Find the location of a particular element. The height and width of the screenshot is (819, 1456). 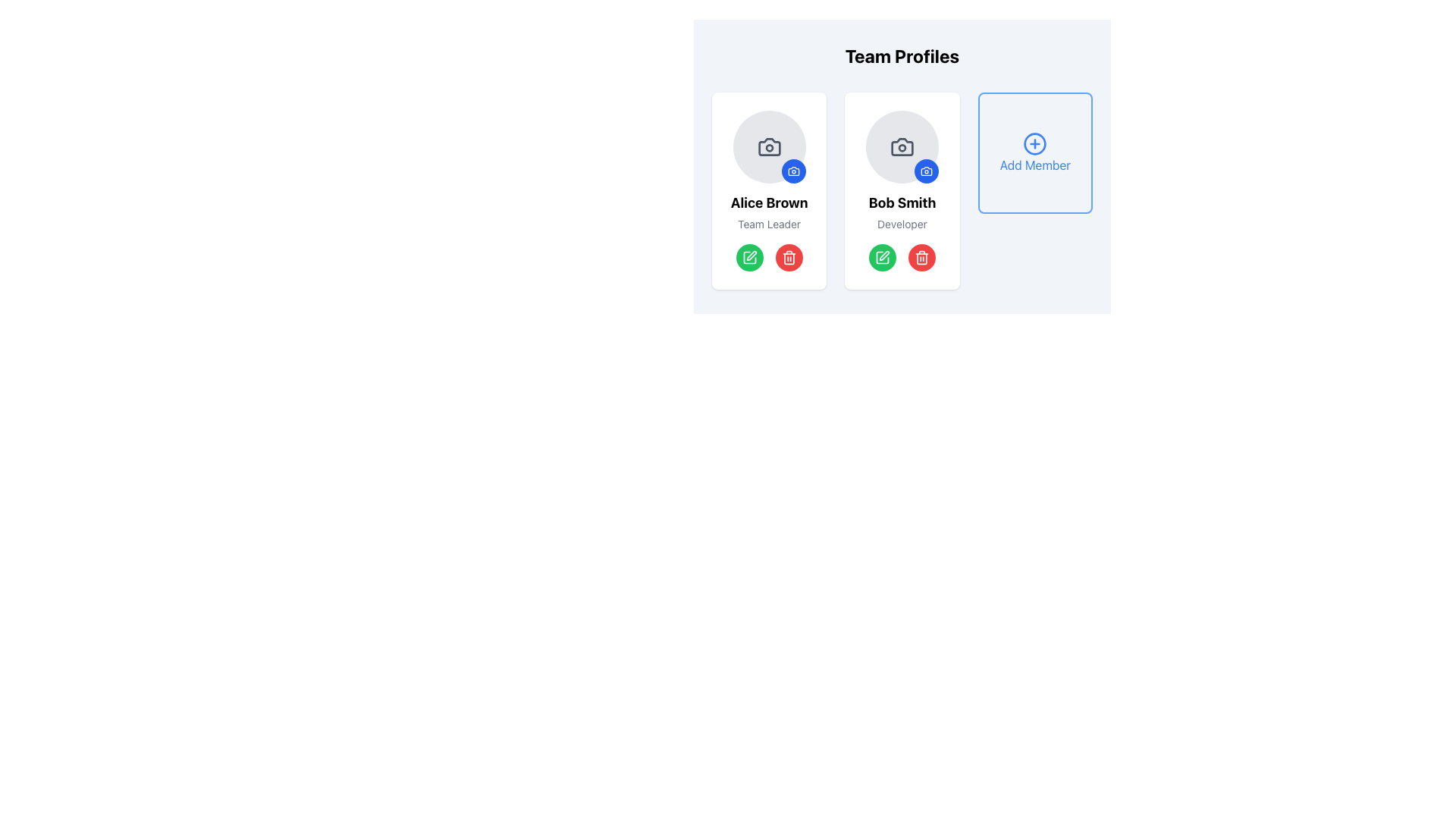

the circular red button with a white trash icon located below the 'Alice Brown' profile in the 'Team Profiles' section is located at coordinates (789, 256).